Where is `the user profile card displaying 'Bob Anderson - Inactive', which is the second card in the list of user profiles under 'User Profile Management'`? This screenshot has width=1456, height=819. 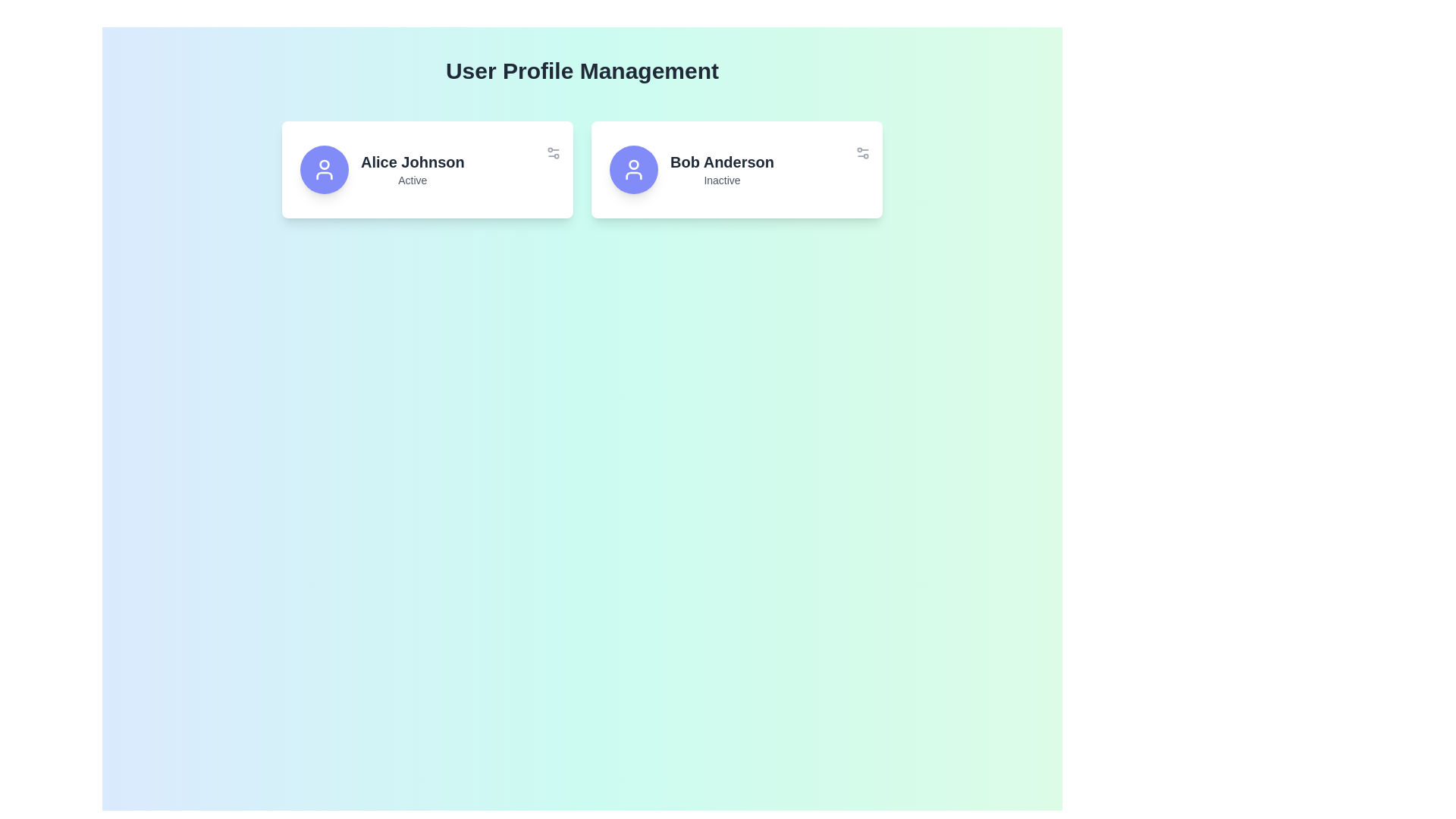
the user profile card displaying 'Bob Anderson - Inactive', which is the second card in the list of user profiles under 'User Profile Management' is located at coordinates (736, 169).